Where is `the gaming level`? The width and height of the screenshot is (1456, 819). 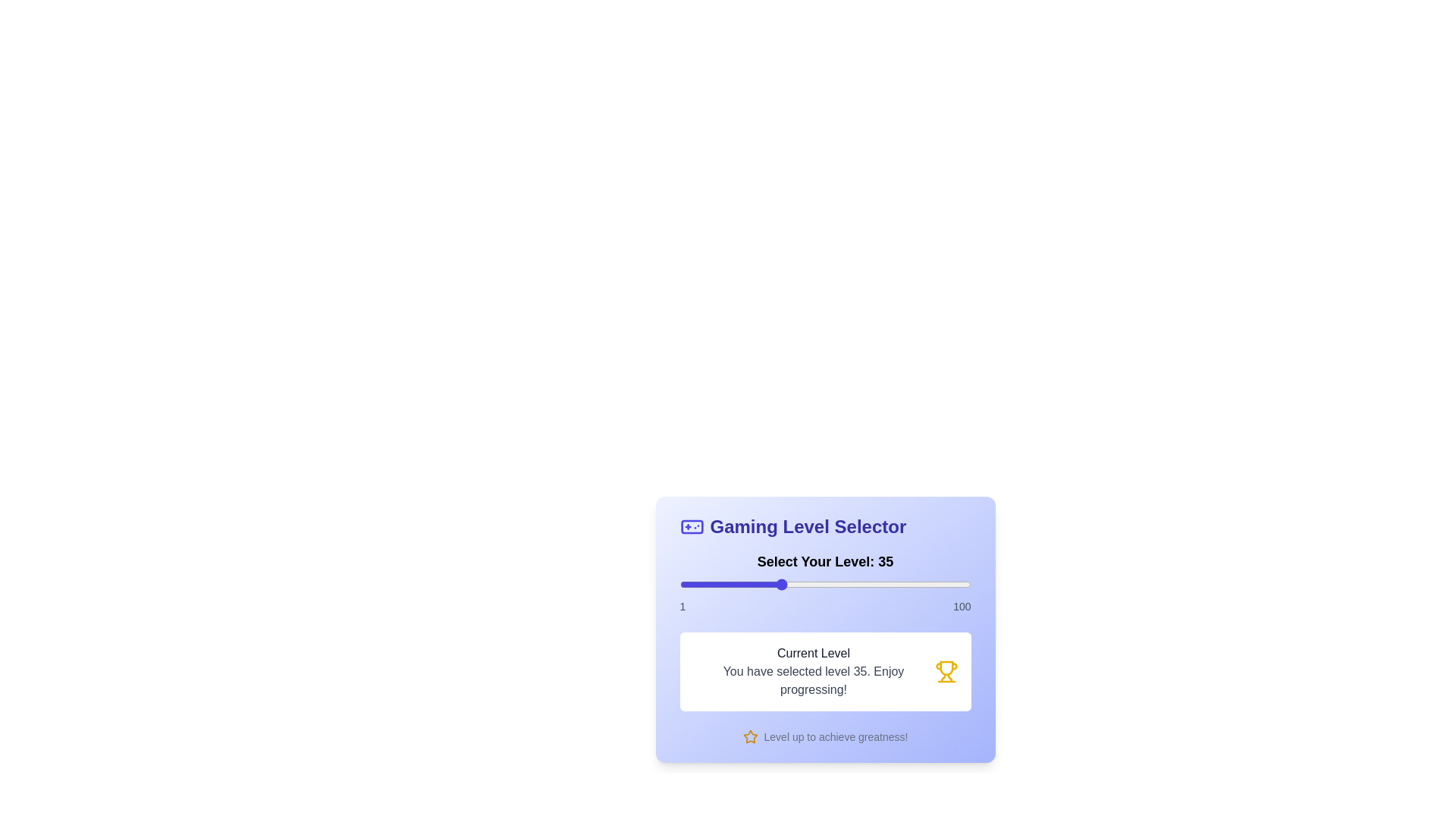 the gaming level is located at coordinates (880, 584).